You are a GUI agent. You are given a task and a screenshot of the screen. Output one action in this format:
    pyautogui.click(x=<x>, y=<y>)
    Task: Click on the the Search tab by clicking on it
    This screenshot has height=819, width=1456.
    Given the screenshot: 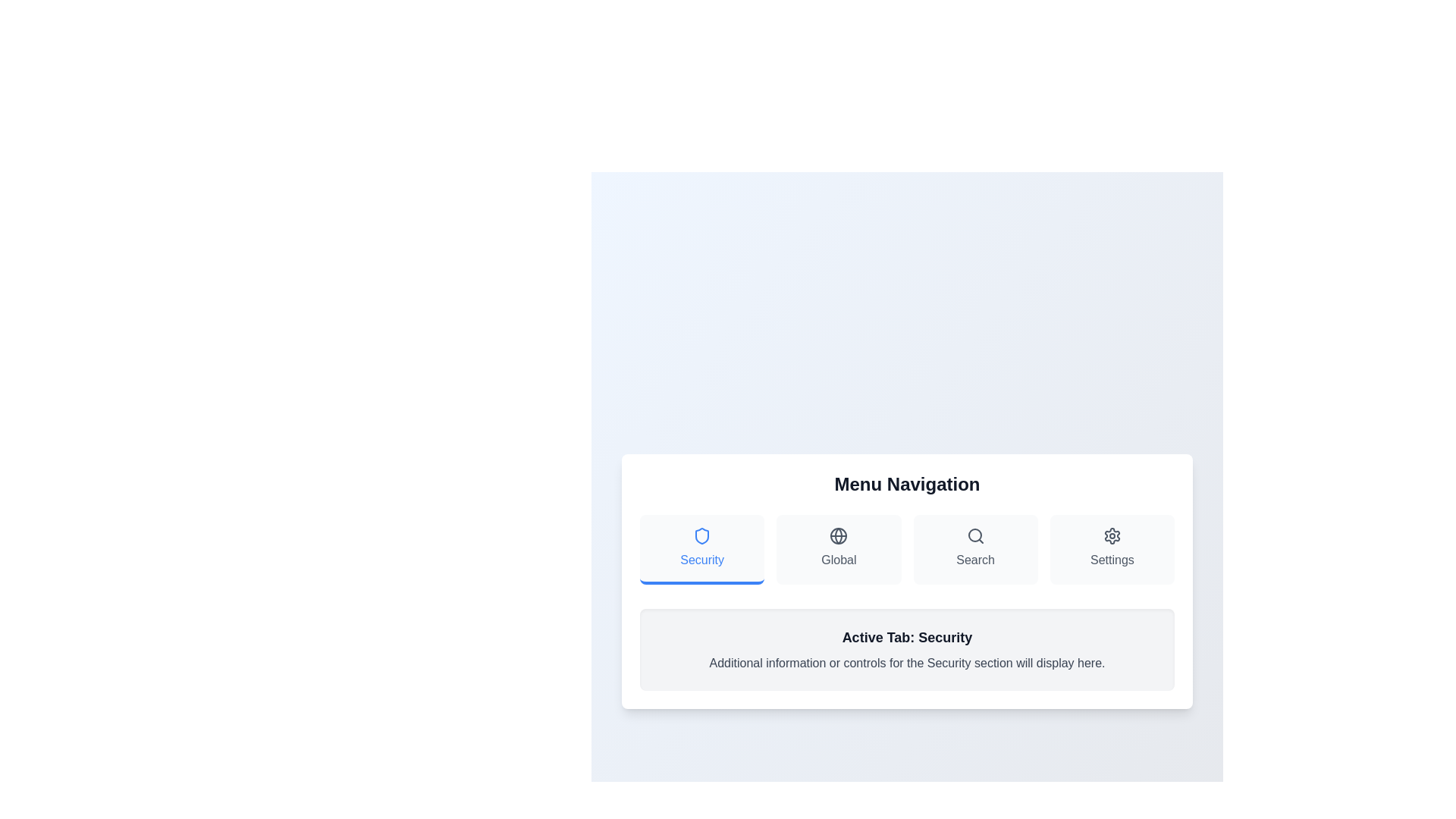 What is the action you would take?
    pyautogui.click(x=975, y=550)
    